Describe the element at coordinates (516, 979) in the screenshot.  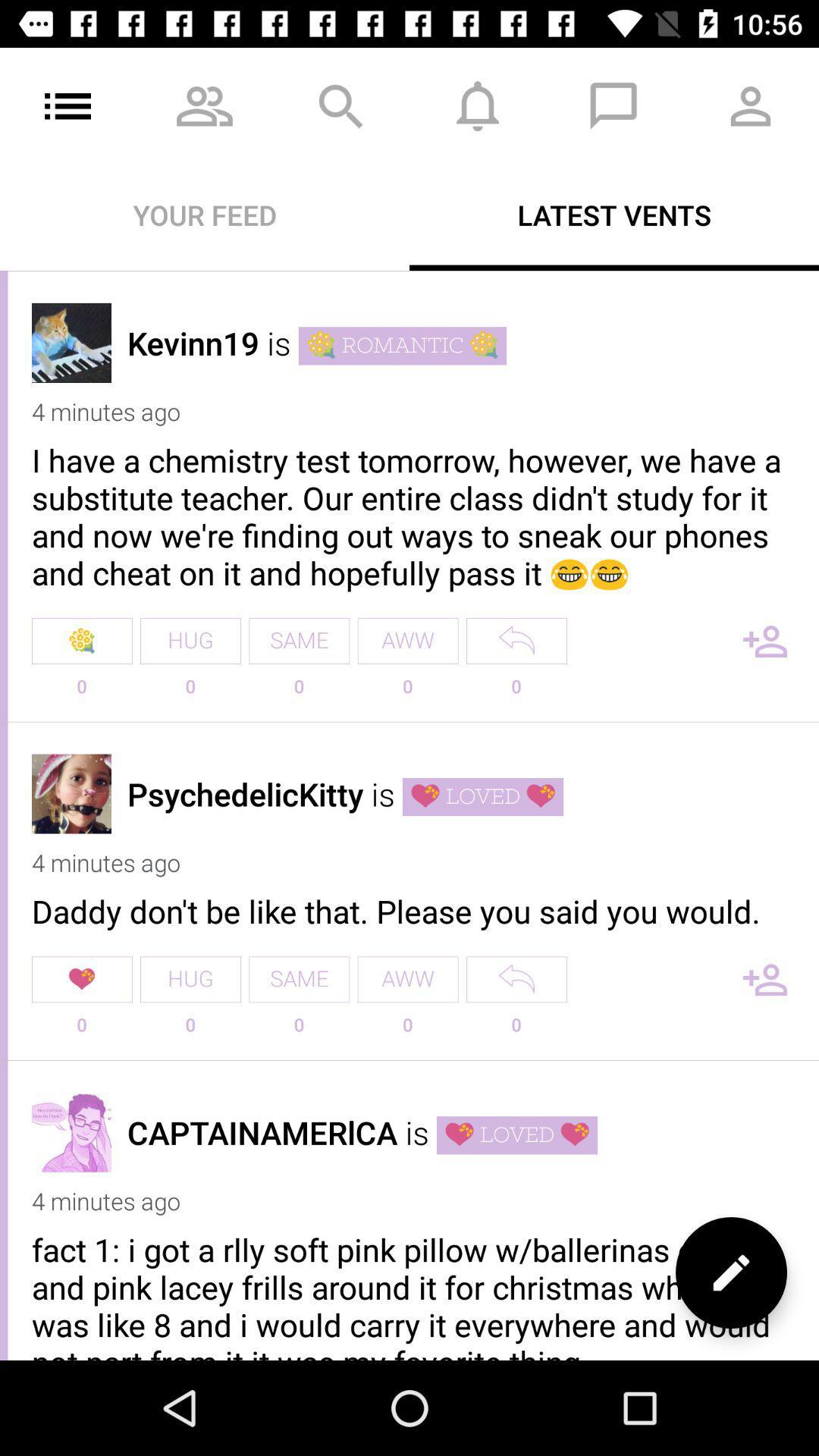
I see `reply option` at that location.